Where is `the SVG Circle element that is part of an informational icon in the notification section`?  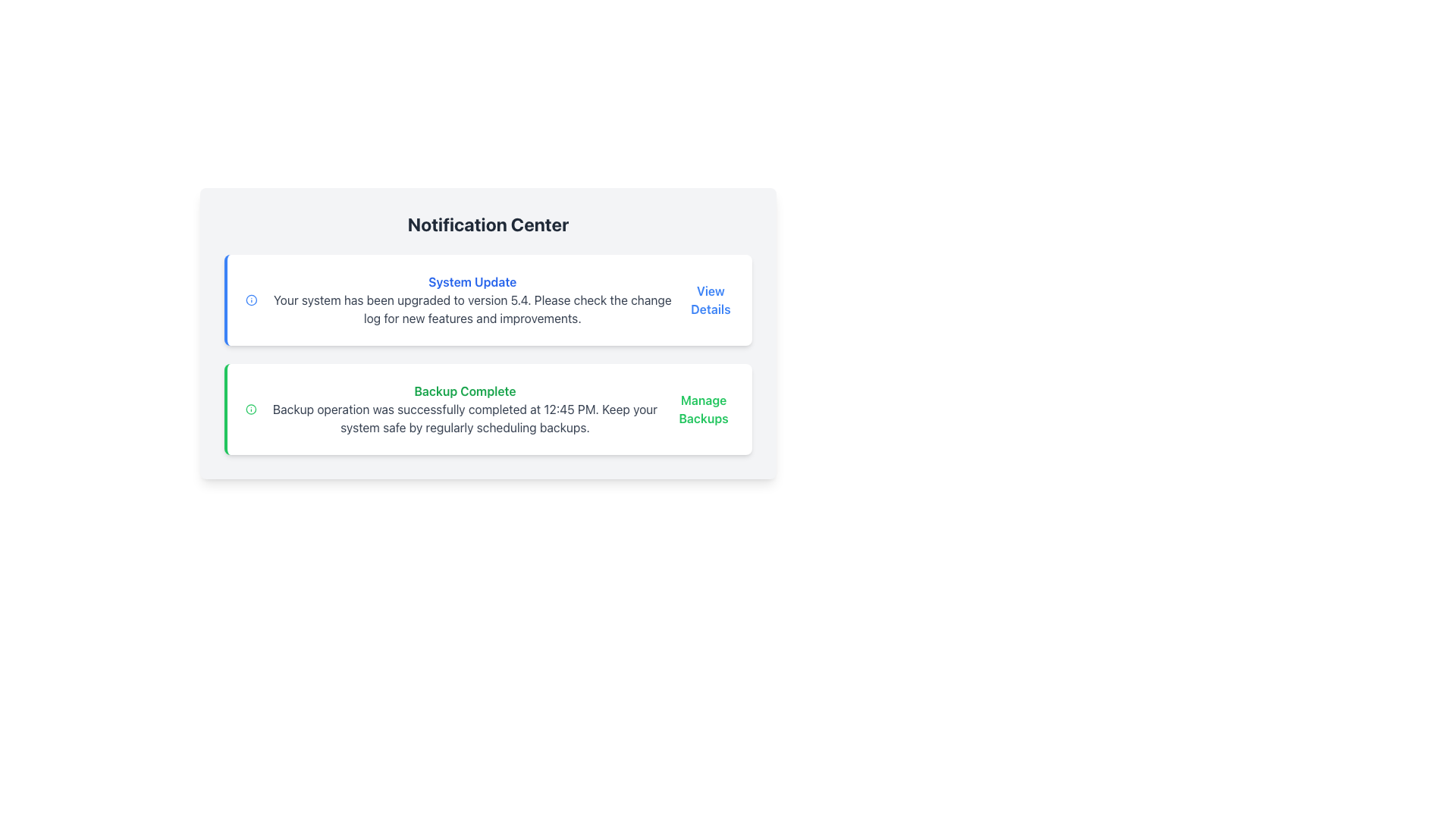 the SVG Circle element that is part of an informational icon in the notification section is located at coordinates (251, 300).